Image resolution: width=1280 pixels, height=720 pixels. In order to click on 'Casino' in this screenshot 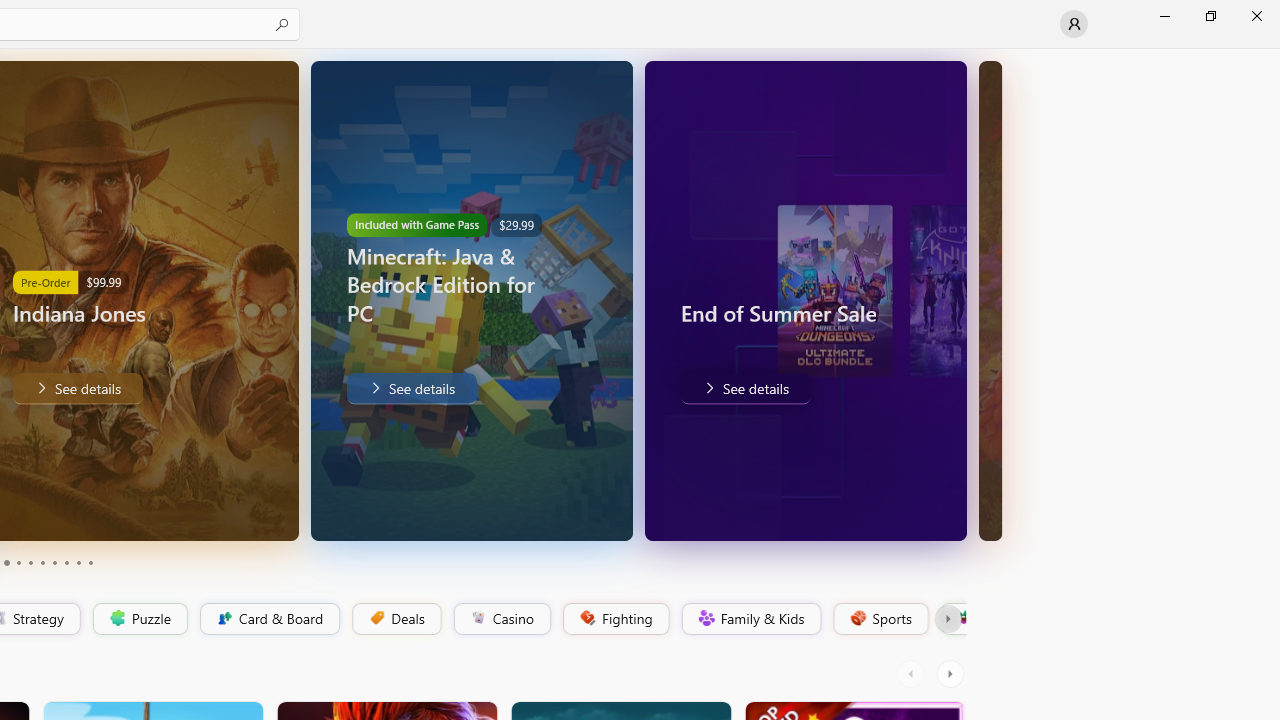, I will do `click(501, 618)`.